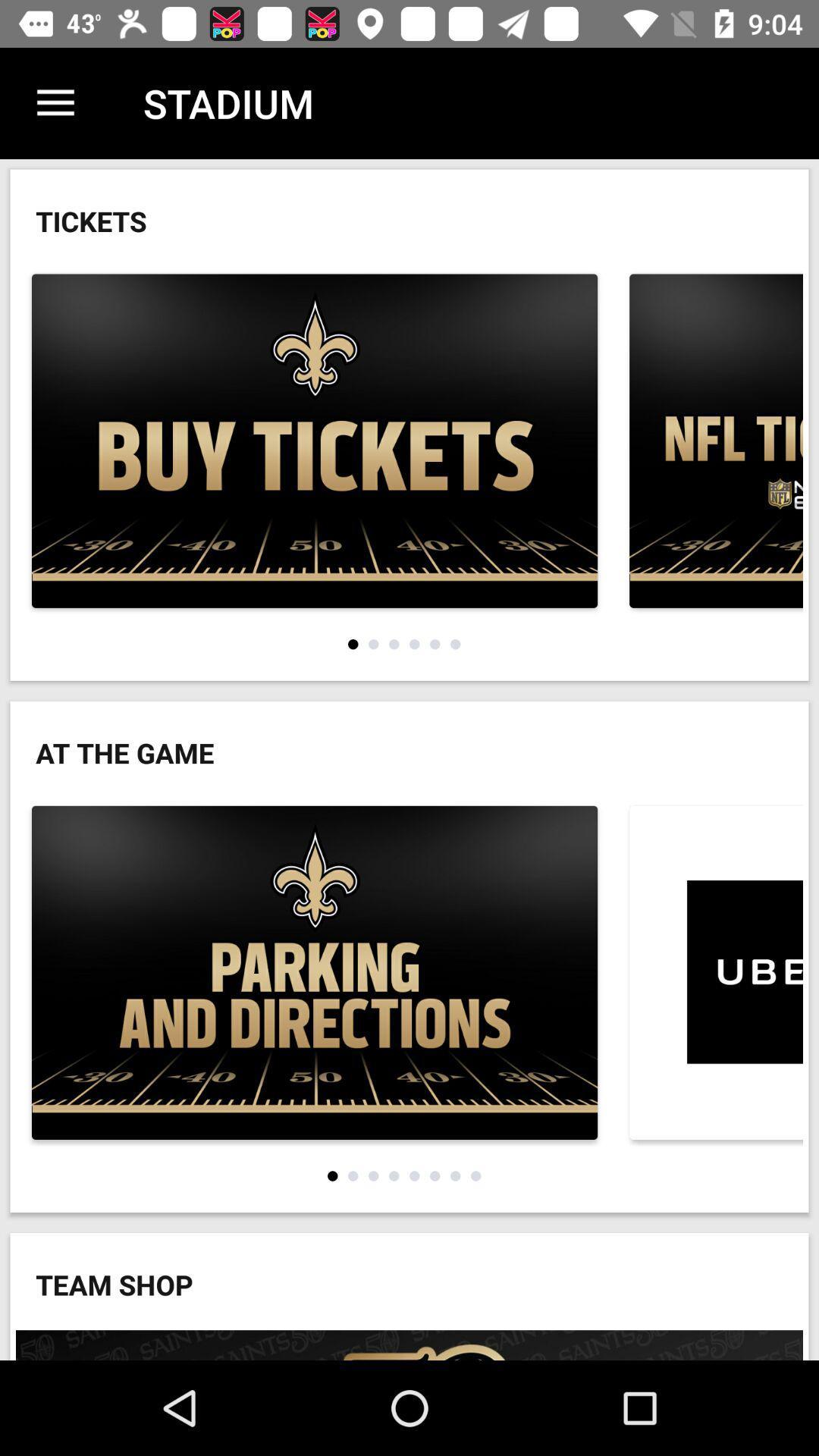  I want to click on icon next to stadium, so click(55, 102).